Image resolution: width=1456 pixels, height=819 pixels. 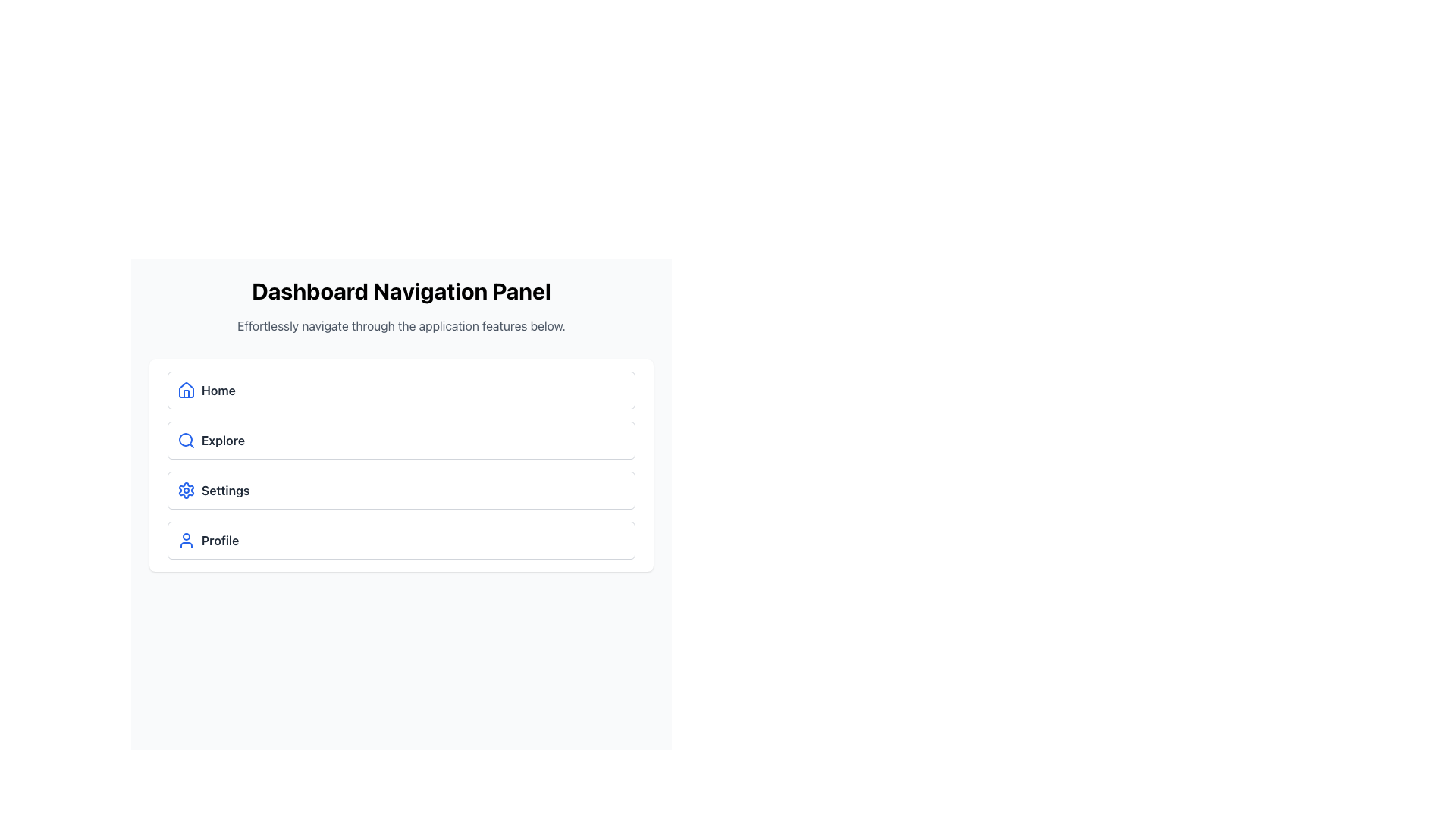 What do you see at coordinates (184, 439) in the screenshot?
I see `the circular vector graphic resembling a magnifying glass's lens, which is part of the 'search' icon located next to the 'Explore' navigation option` at bounding box center [184, 439].